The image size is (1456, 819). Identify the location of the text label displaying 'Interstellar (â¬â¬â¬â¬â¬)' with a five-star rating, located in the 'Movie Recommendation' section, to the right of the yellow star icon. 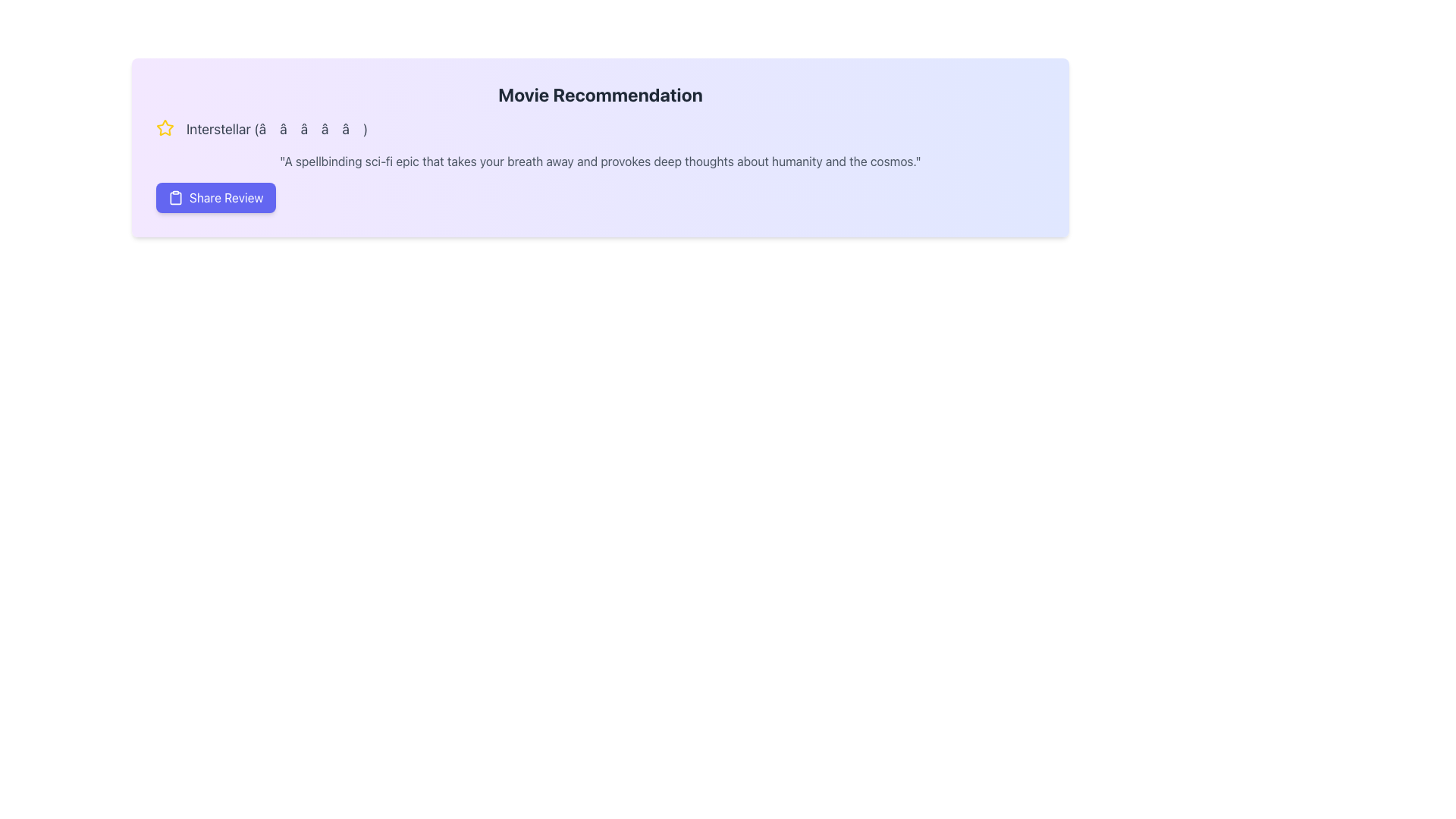
(277, 128).